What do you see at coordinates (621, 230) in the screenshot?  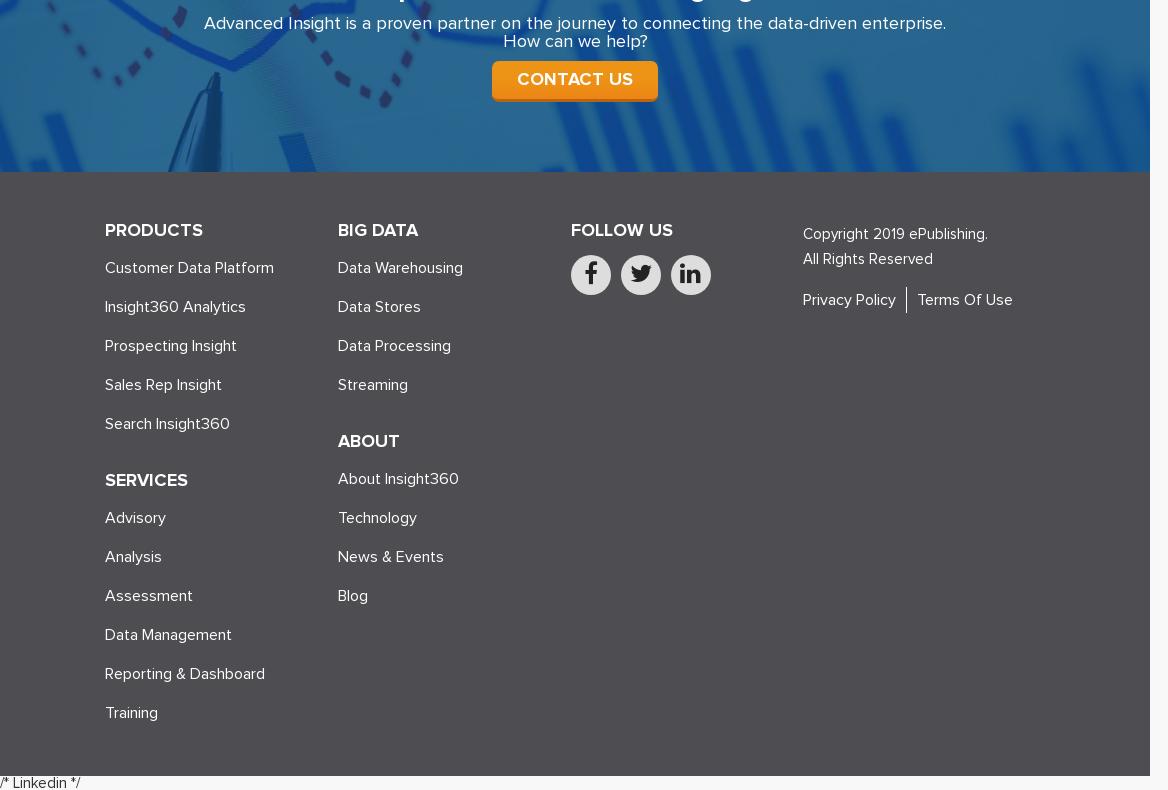 I see `'FOLLOW US'` at bounding box center [621, 230].